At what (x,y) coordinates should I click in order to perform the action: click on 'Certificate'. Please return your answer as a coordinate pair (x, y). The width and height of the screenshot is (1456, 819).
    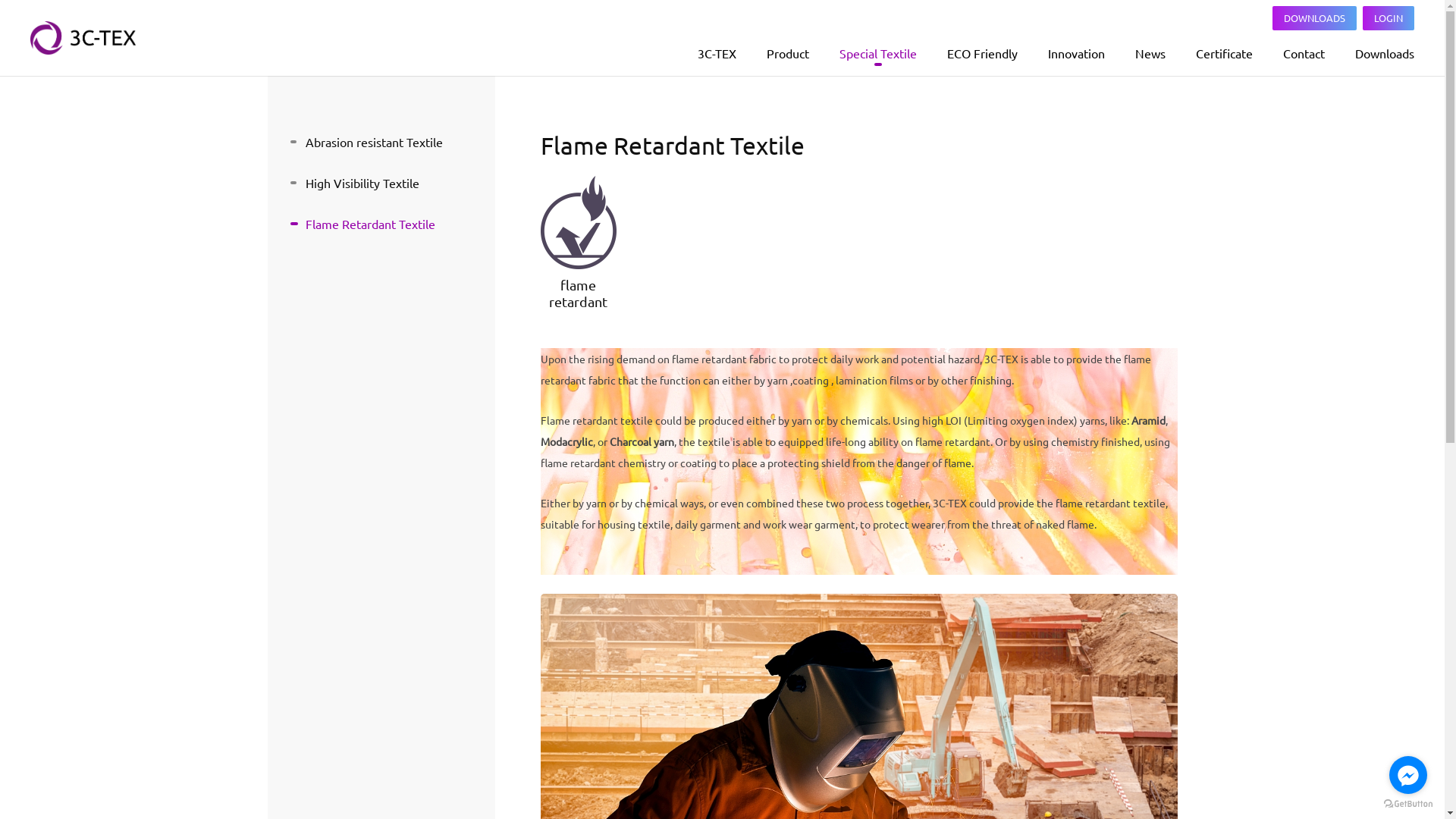
    Looking at the image, I should click on (1224, 52).